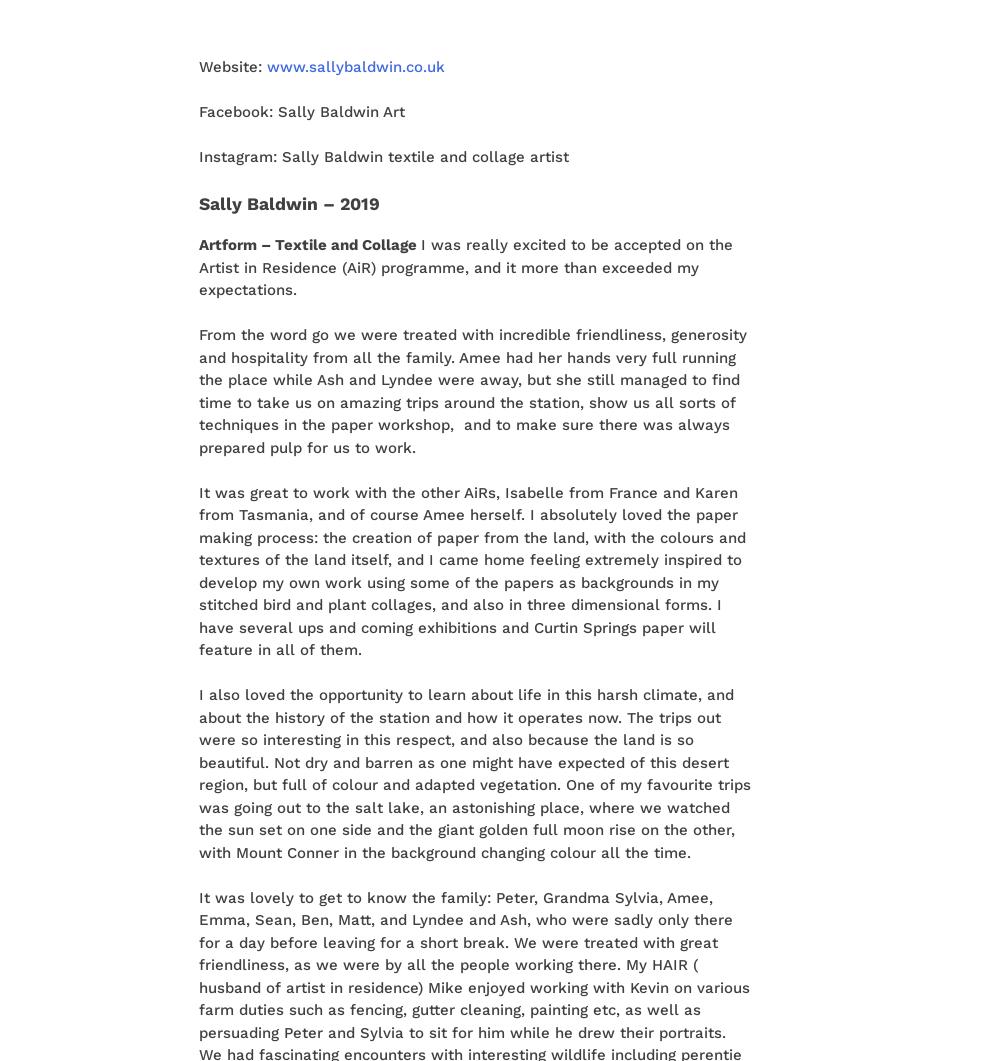  What do you see at coordinates (310, 243) in the screenshot?
I see `'Artform – Textile and Collage'` at bounding box center [310, 243].